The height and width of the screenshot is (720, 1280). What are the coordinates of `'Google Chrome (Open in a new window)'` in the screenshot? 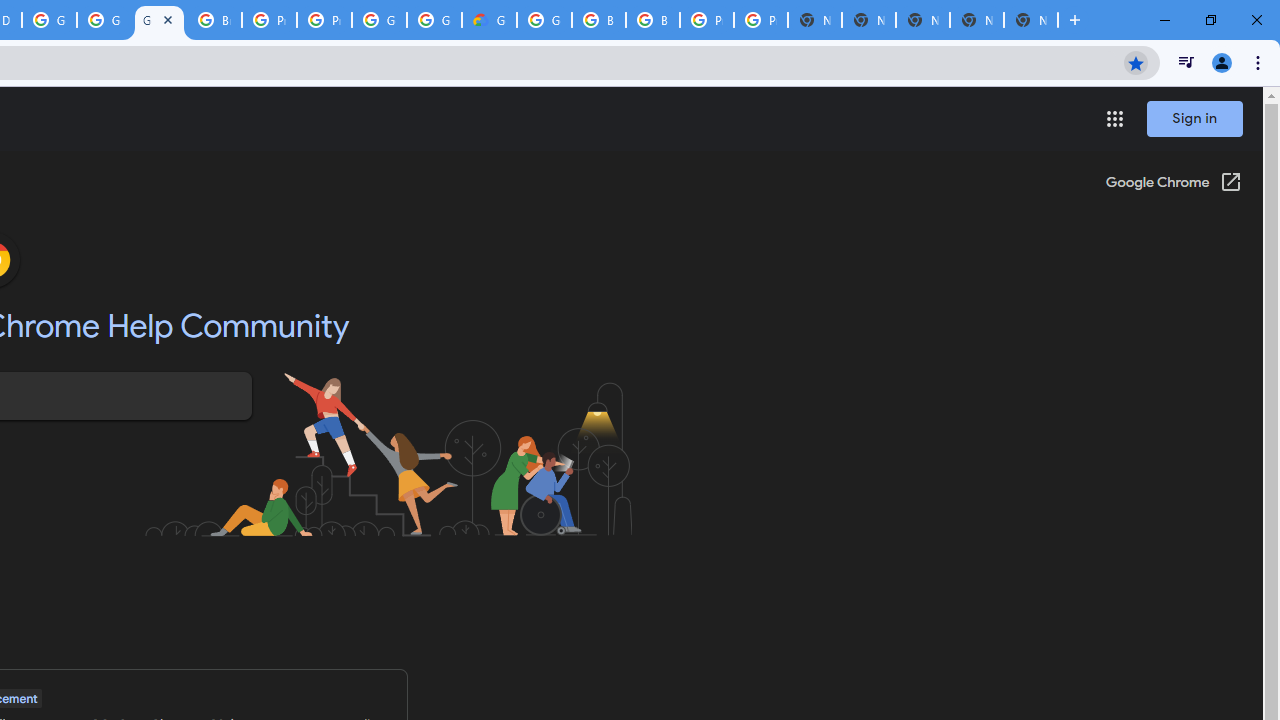 It's located at (1173, 183).